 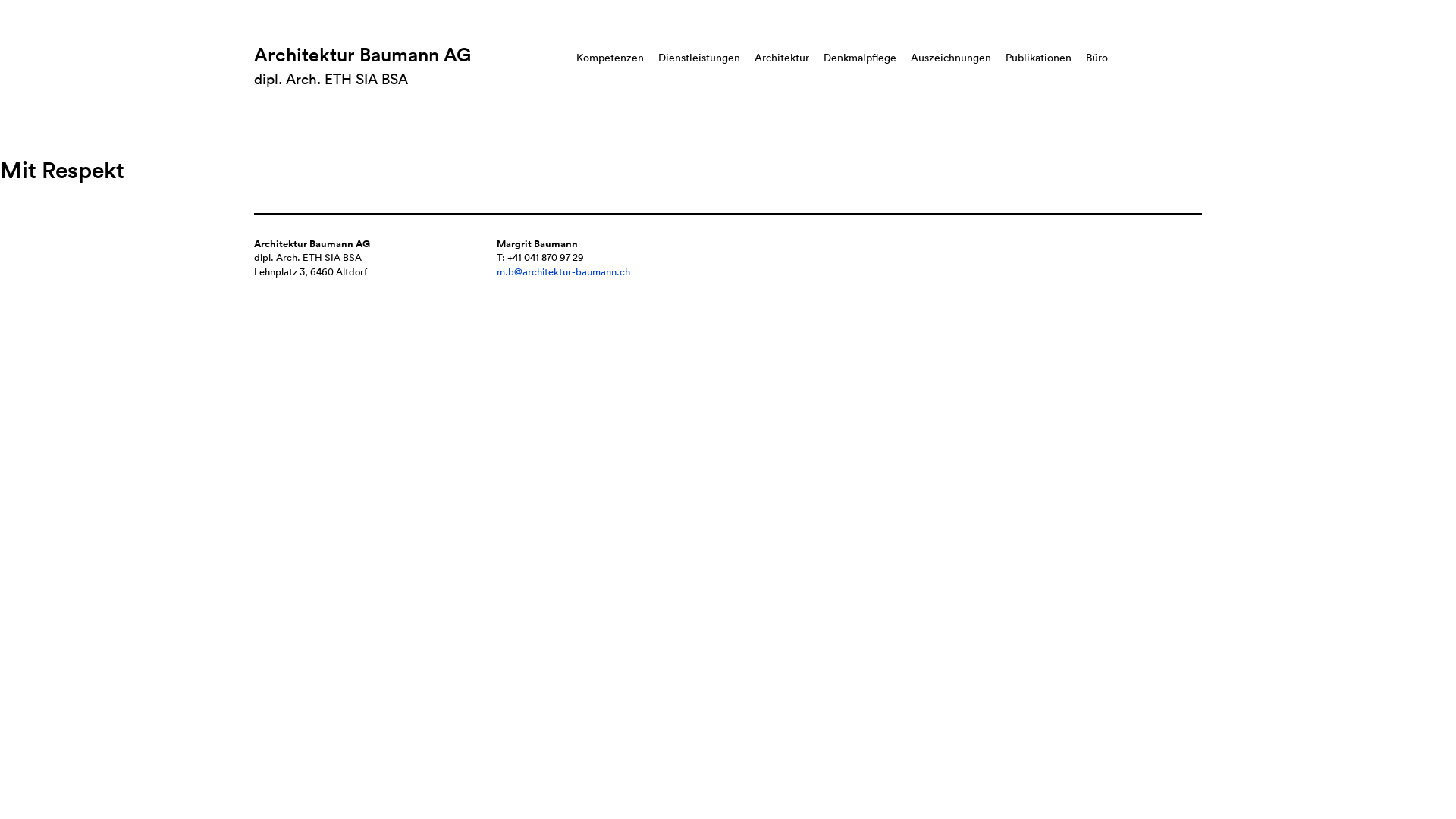 What do you see at coordinates (859, 57) in the screenshot?
I see `'Denkmalpflege'` at bounding box center [859, 57].